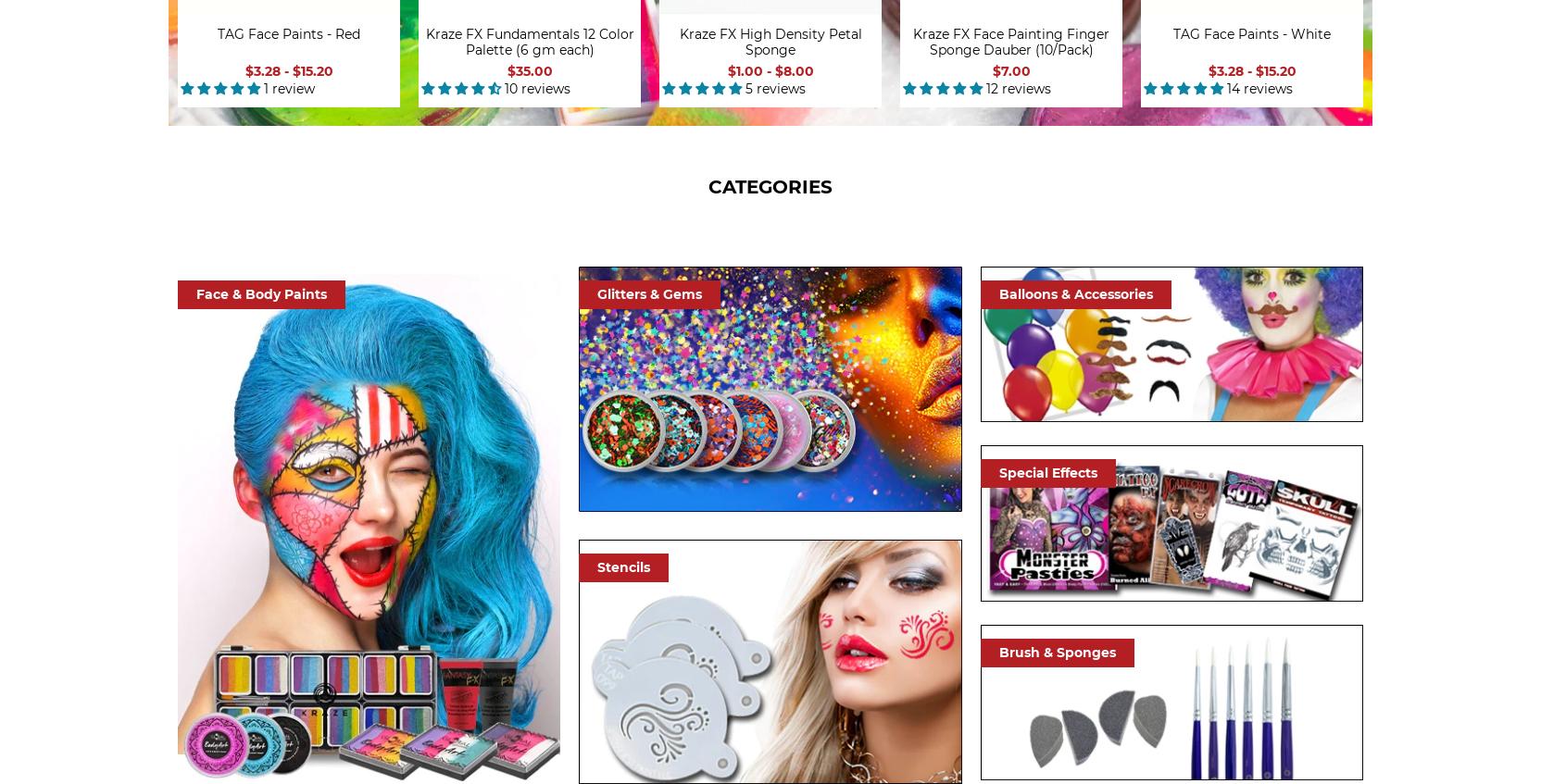 The height and width of the screenshot is (784, 1541). Describe the element at coordinates (528, 69) in the screenshot. I see `'$35.00'` at that location.